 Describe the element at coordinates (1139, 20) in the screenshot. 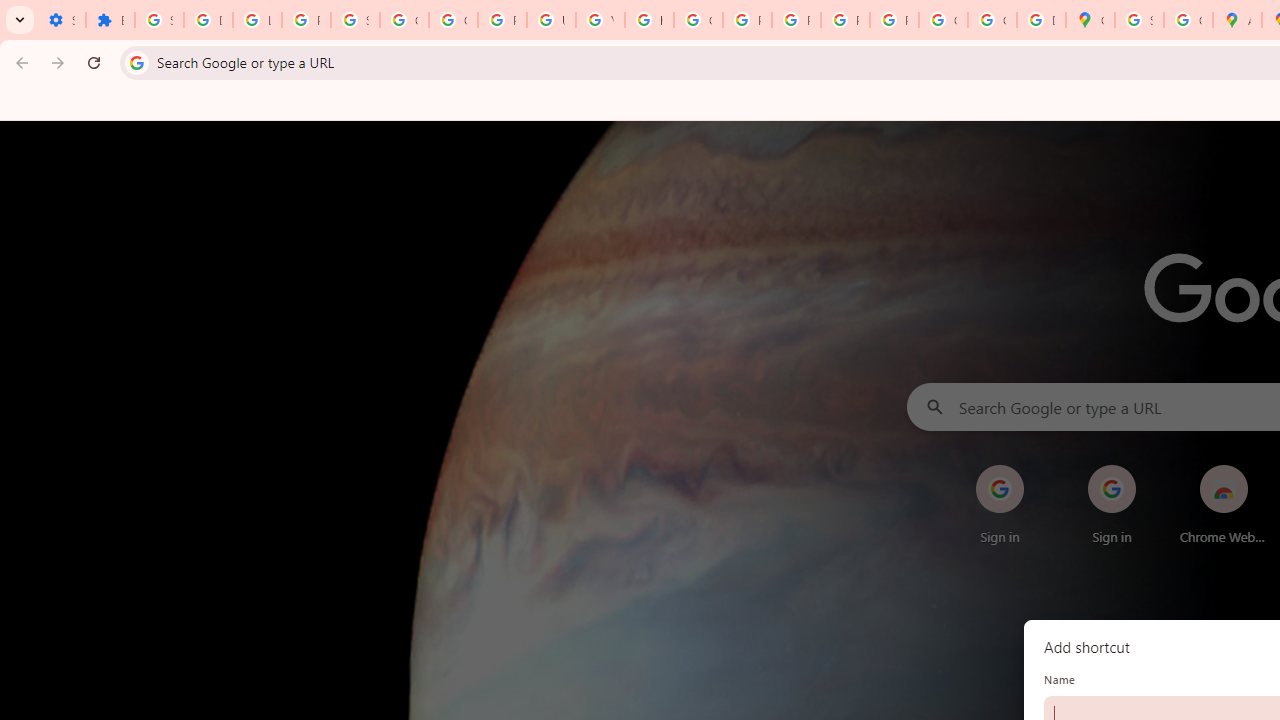

I see `'Sign in - Google Accounts'` at that location.